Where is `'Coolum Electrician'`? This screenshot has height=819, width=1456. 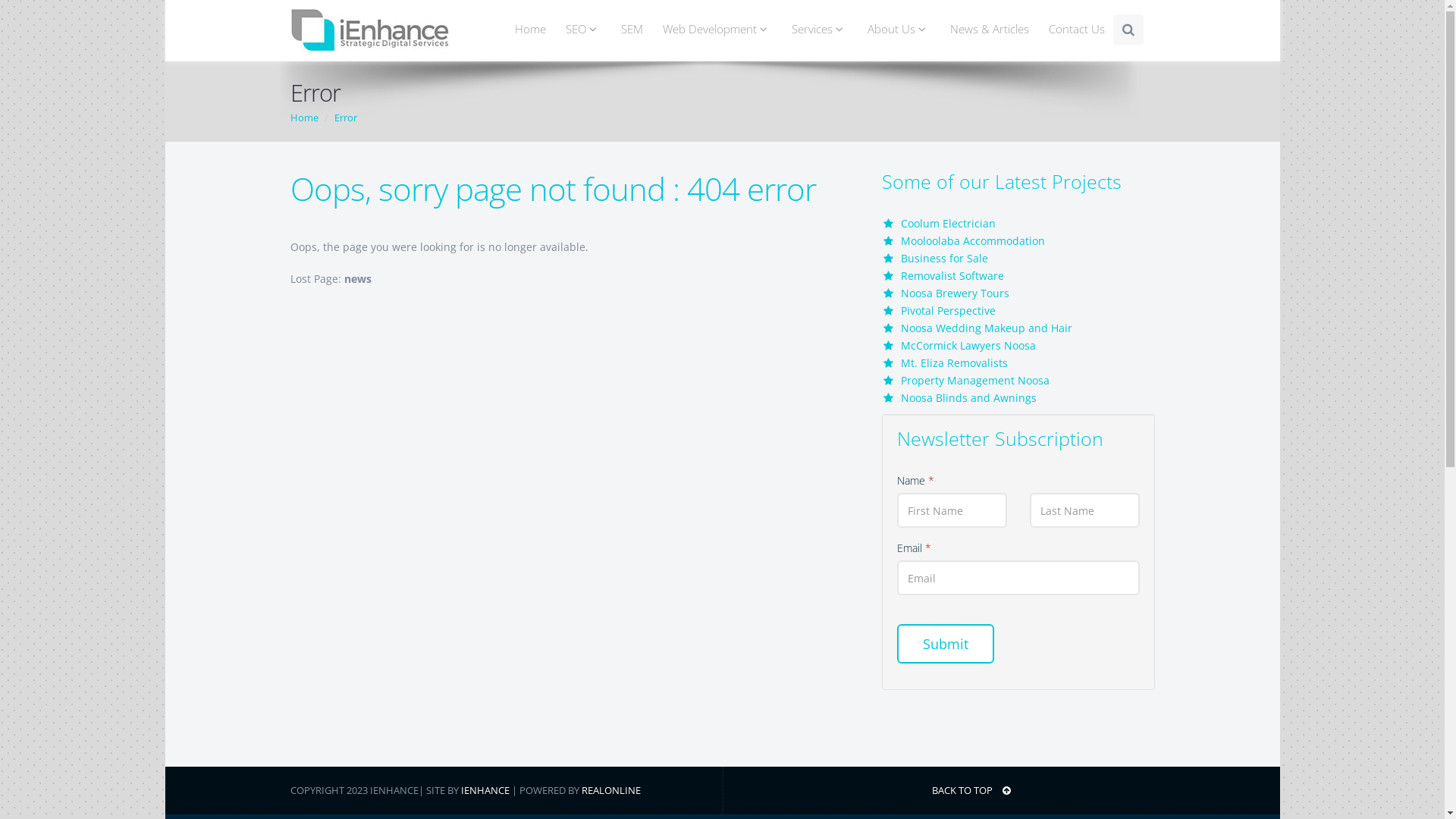
'Coolum Electrician' is located at coordinates (901, 223).